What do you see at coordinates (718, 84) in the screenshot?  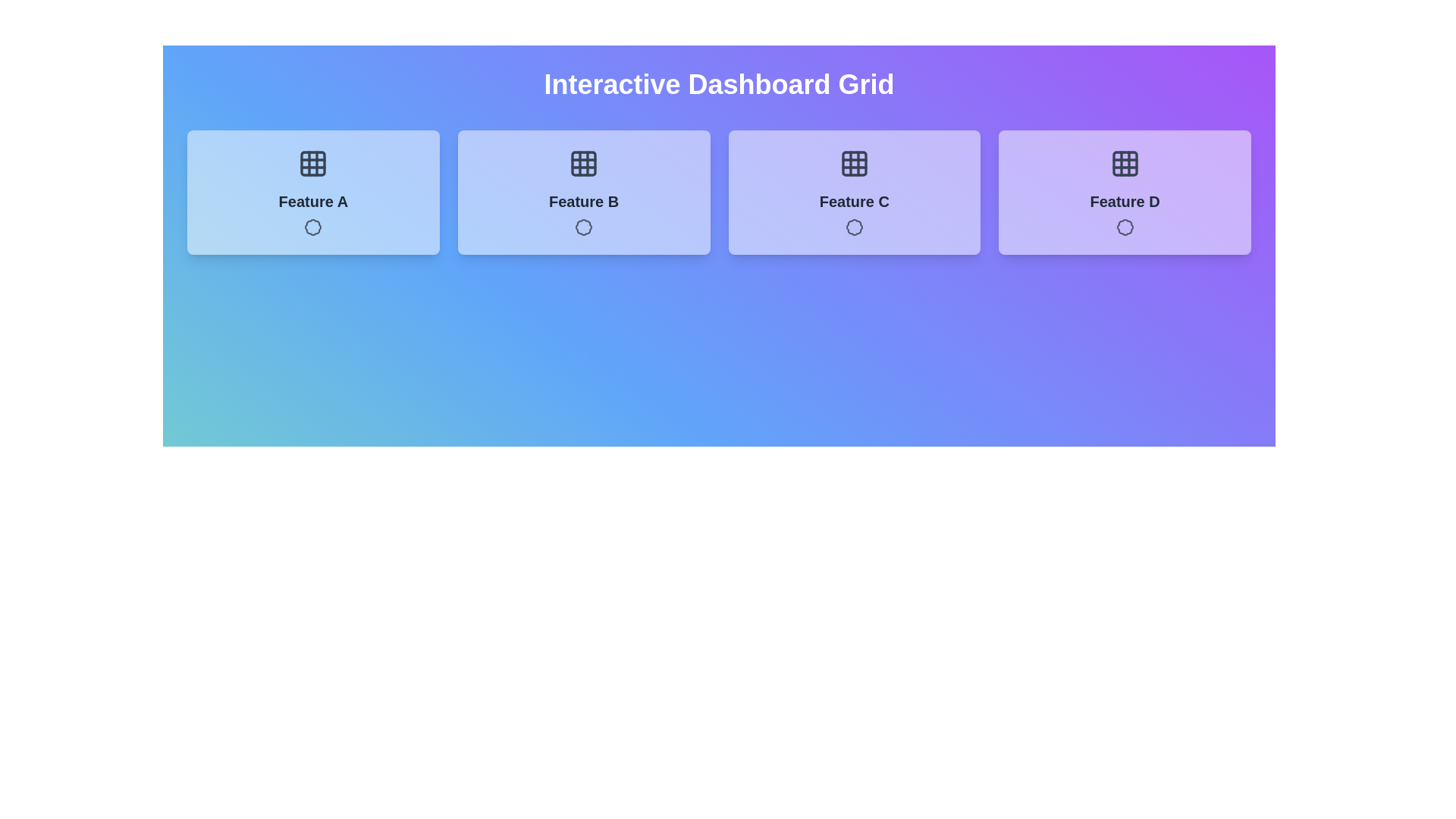 I see `header text 'Interactive Dashboard Grid', which is a bold, centered title in a large, white font against a gradient background, to understand the purpose of the interface` at bounding box center [718, 84].